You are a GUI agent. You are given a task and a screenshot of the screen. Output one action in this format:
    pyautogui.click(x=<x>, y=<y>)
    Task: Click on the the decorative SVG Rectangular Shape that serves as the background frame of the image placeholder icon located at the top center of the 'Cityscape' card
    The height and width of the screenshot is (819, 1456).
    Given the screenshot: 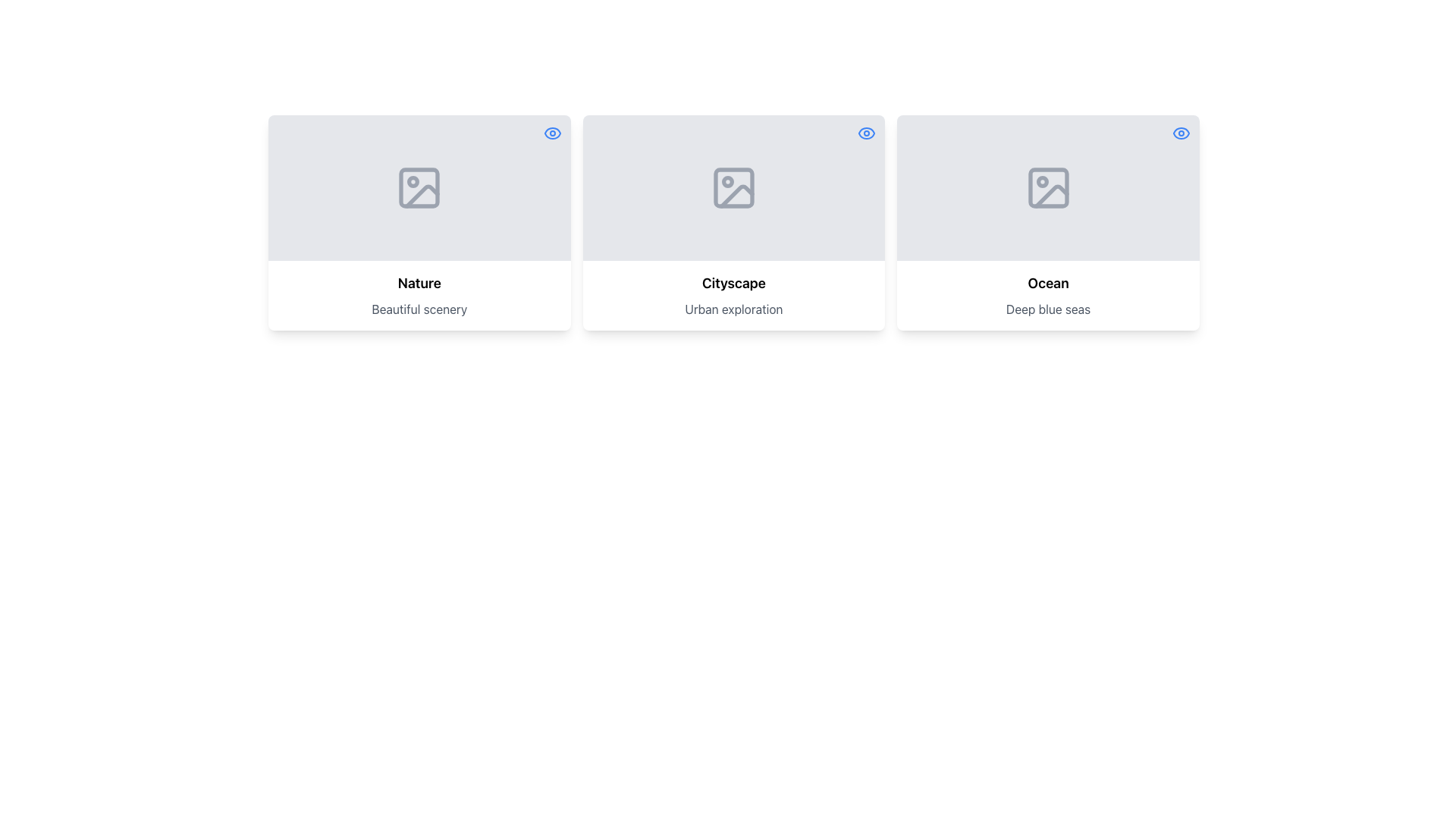 What is the action you would take?
    pyautogui.click(x=734, y=187)
    